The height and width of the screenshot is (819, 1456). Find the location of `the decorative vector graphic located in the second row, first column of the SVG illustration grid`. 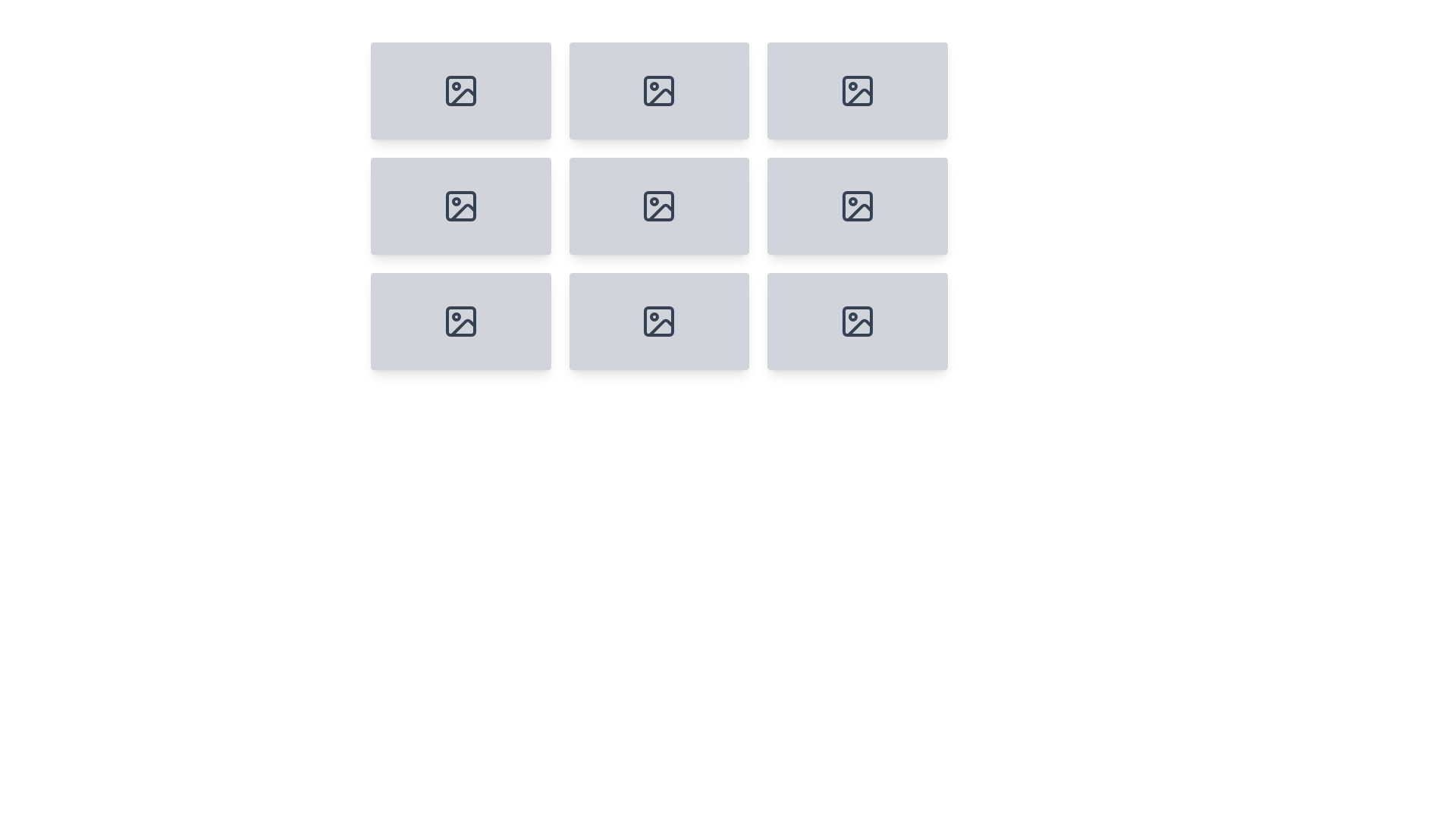

the decorative vector graphic located in the second row, first column of the SVG illustration grid is located at coordinates (462, 212).